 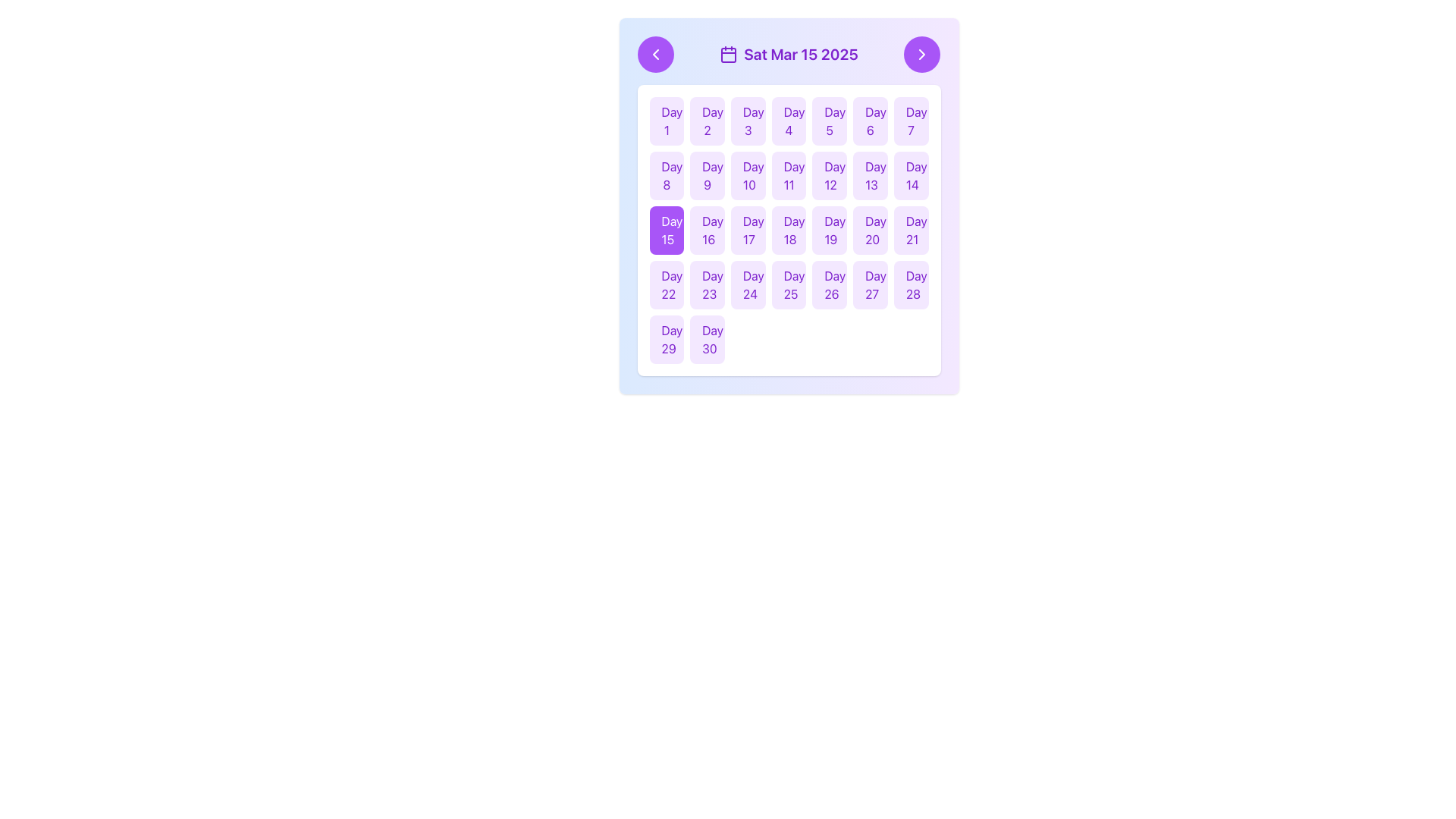 What do you see at coordinates (667, 284) in the screenshot?
I see `the date selection button for 'Day 22' in the calendar grid` at bounding box center [667, 284].